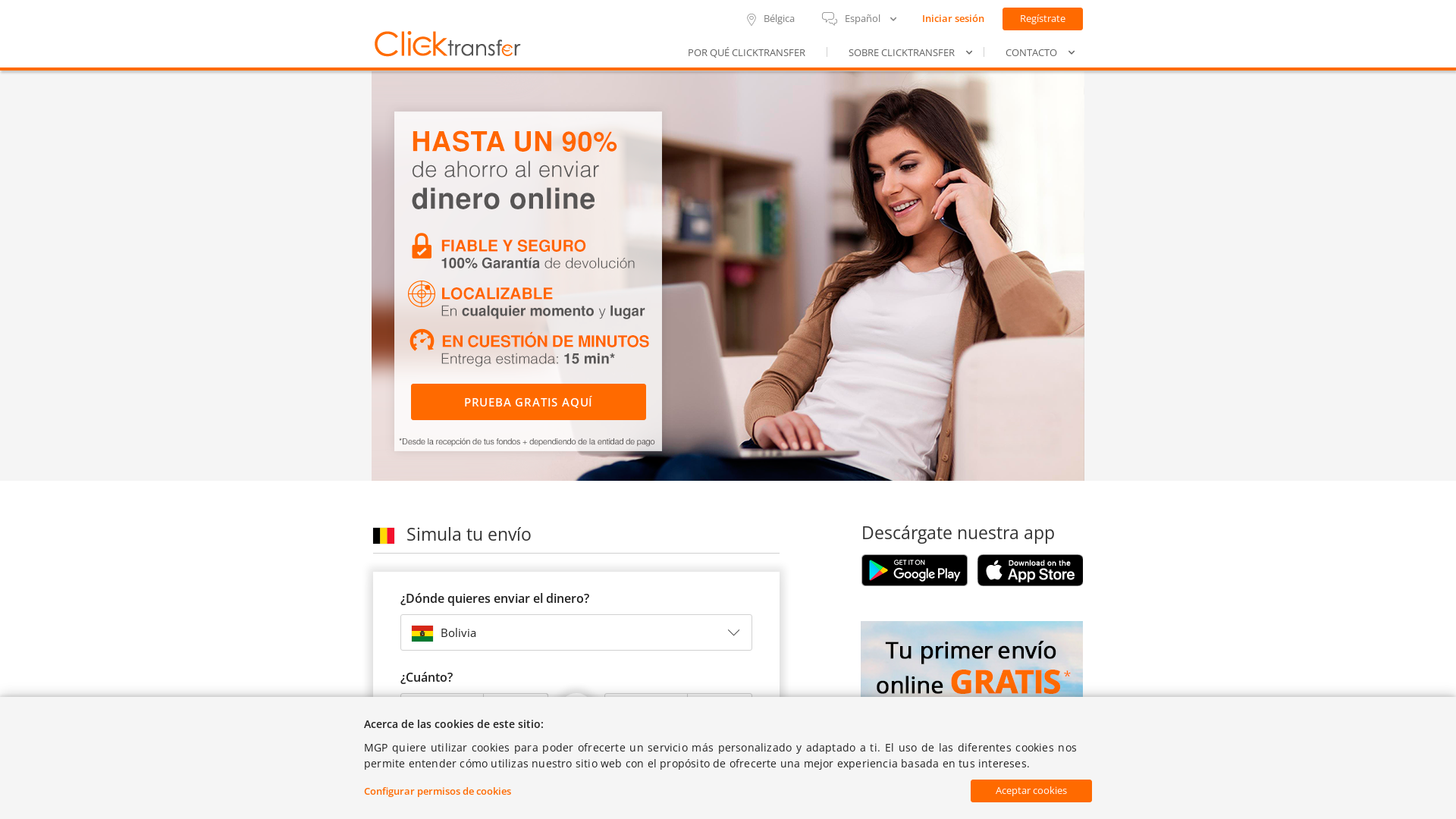 The image size is (1456, 819). I want to click on 'SOBRE CLICKTRANSFER', so click(905, 52).